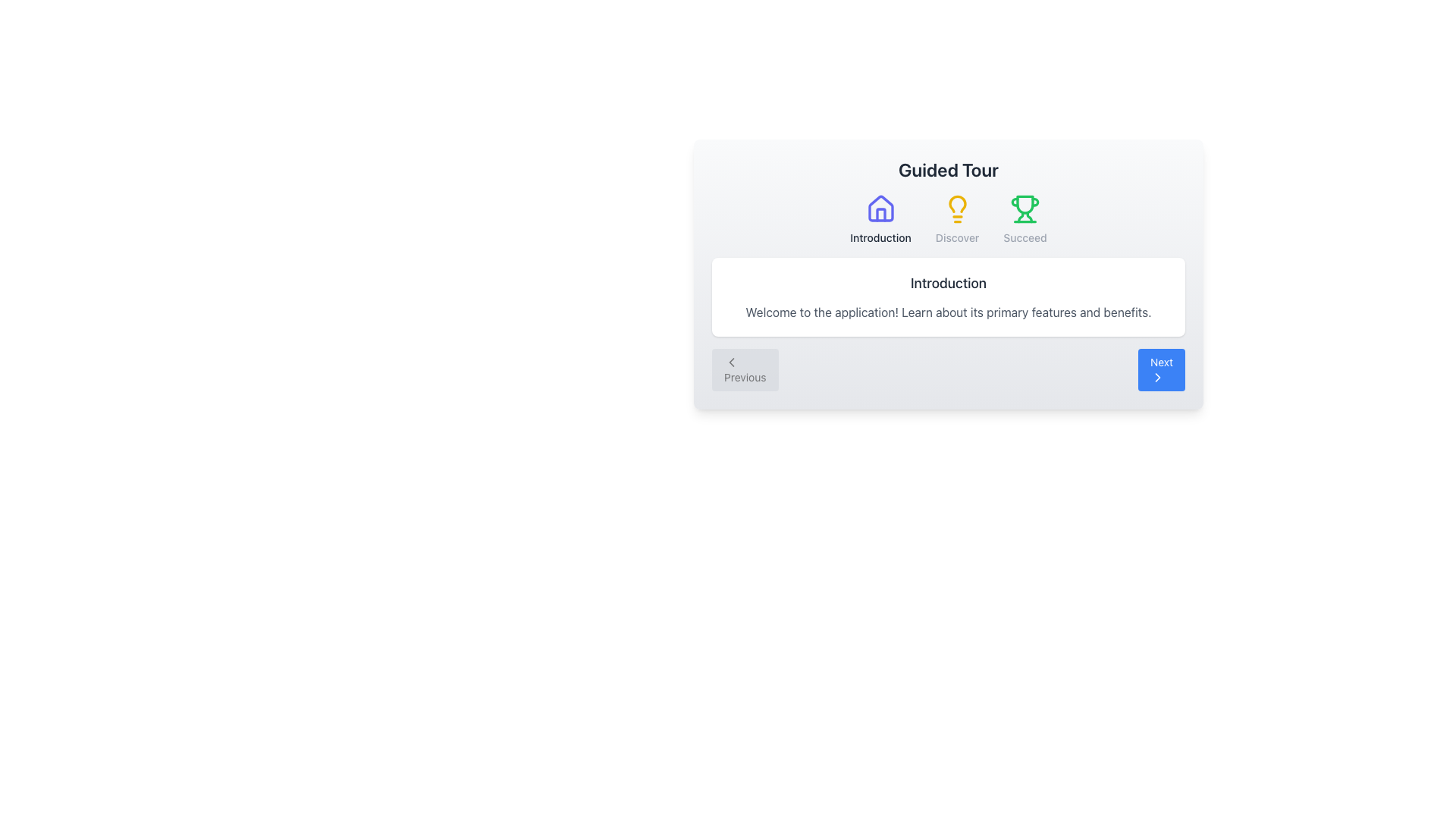  I want to click on the left-facing chevron icon next to the 'Previous' button, so click(731, 362).